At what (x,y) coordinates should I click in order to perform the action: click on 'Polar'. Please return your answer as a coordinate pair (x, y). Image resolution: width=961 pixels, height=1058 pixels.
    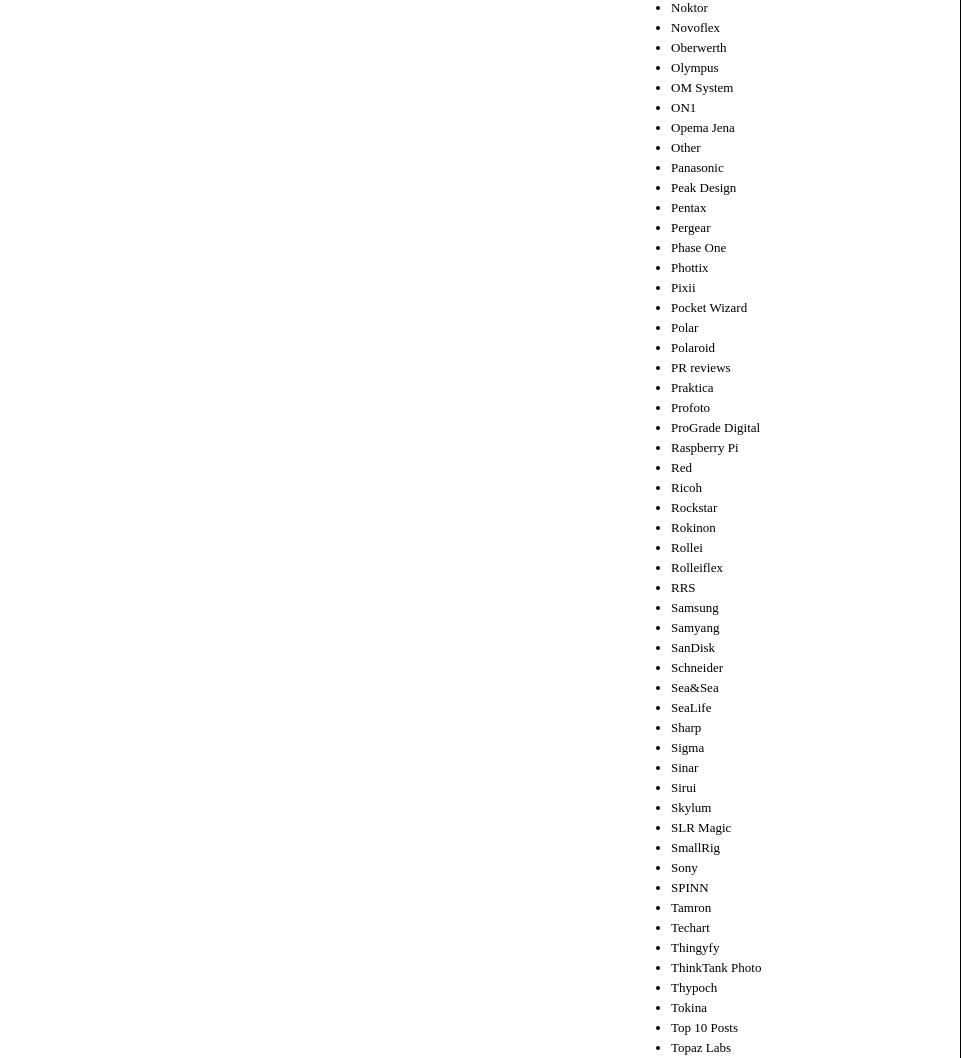
    Looking at the image, I should click on (683, 325).